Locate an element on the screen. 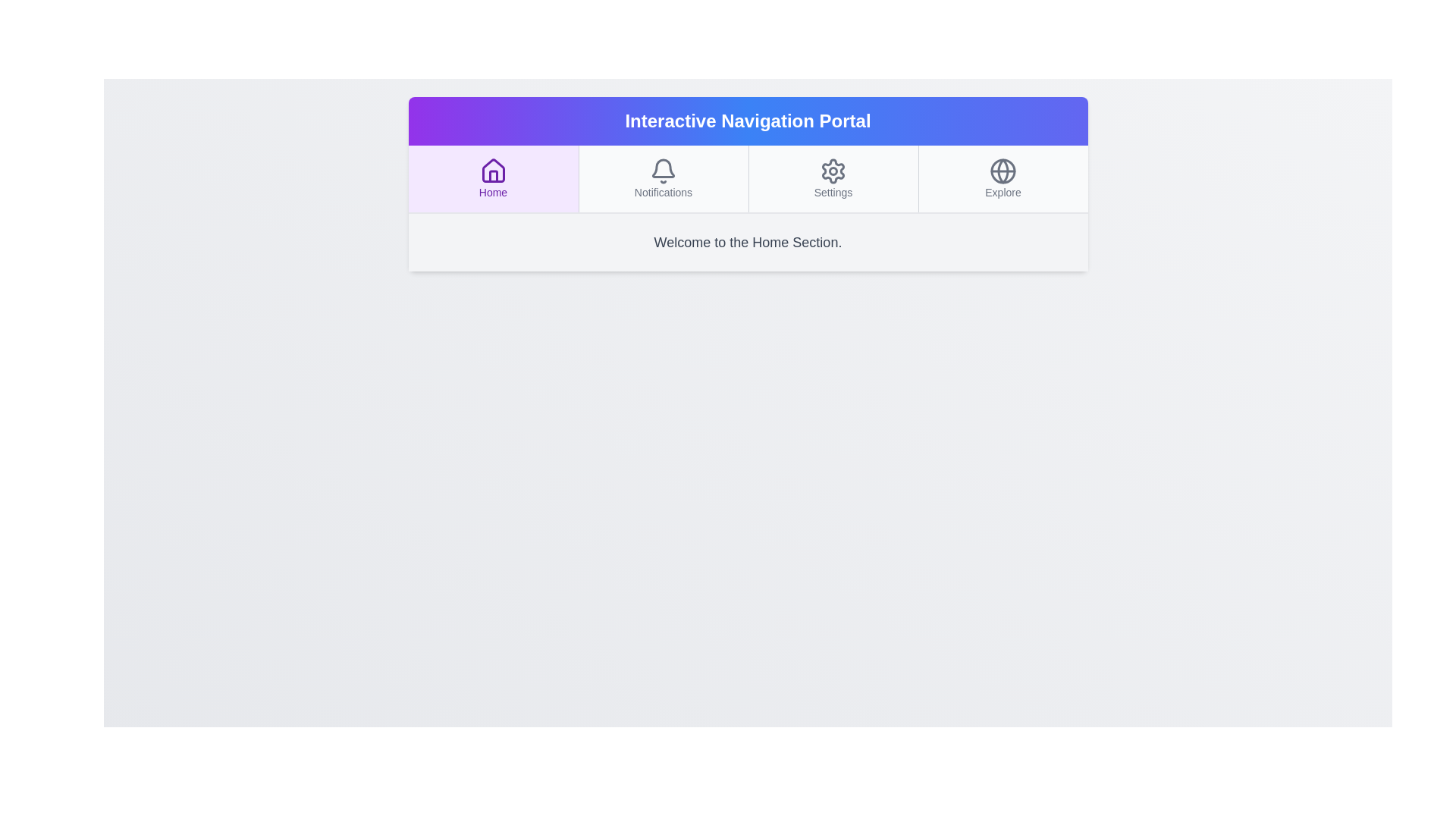  the 'Settings' icon in the navigation bar is located at coordinates (833, 171).